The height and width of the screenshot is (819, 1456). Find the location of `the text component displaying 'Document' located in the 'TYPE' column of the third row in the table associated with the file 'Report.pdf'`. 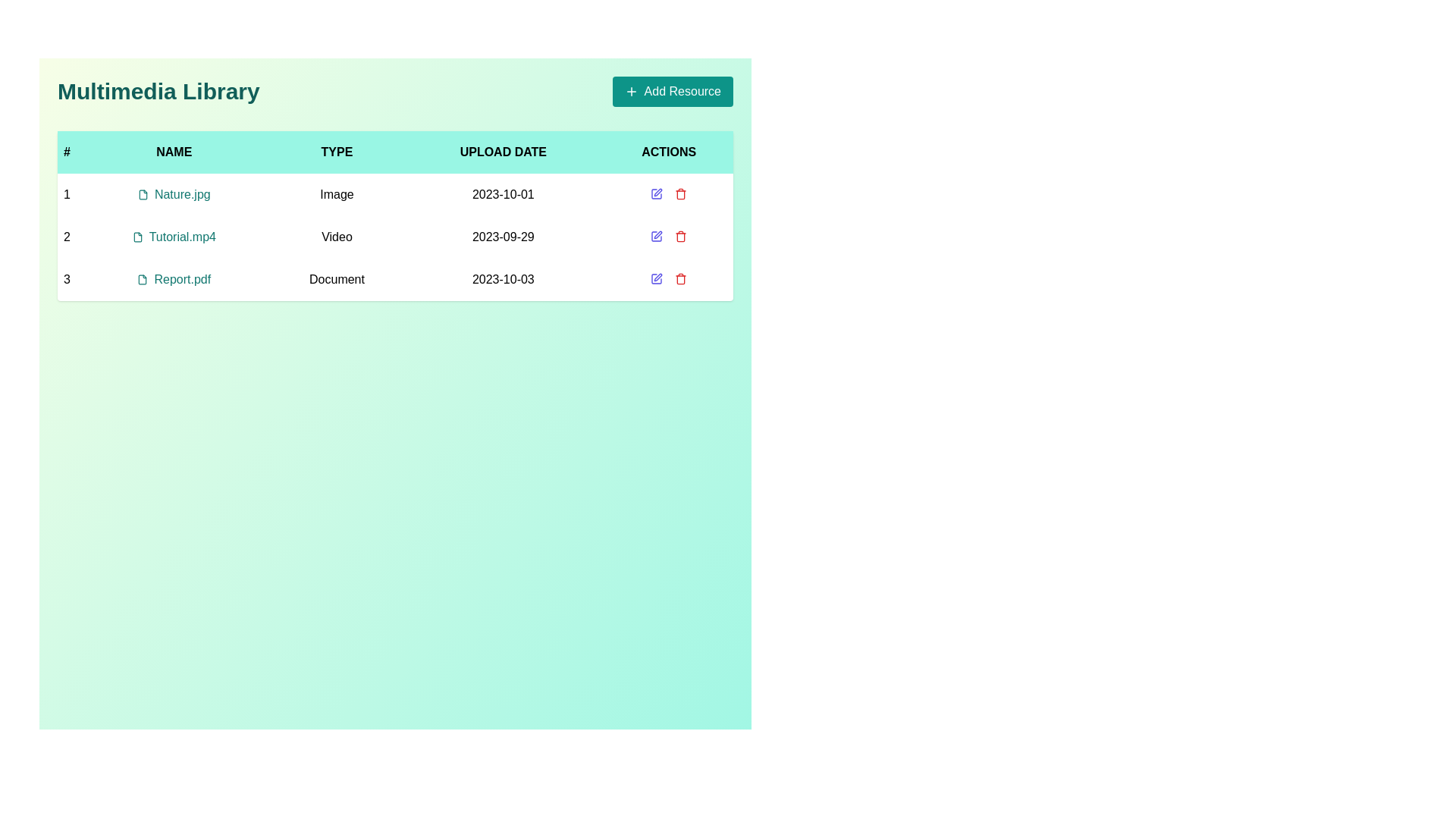

the text component displaying 'Document' located in the 'TYPE' column of the third row in the table associated with the file 'Report.pdf' is located at coordinates (336, 280).